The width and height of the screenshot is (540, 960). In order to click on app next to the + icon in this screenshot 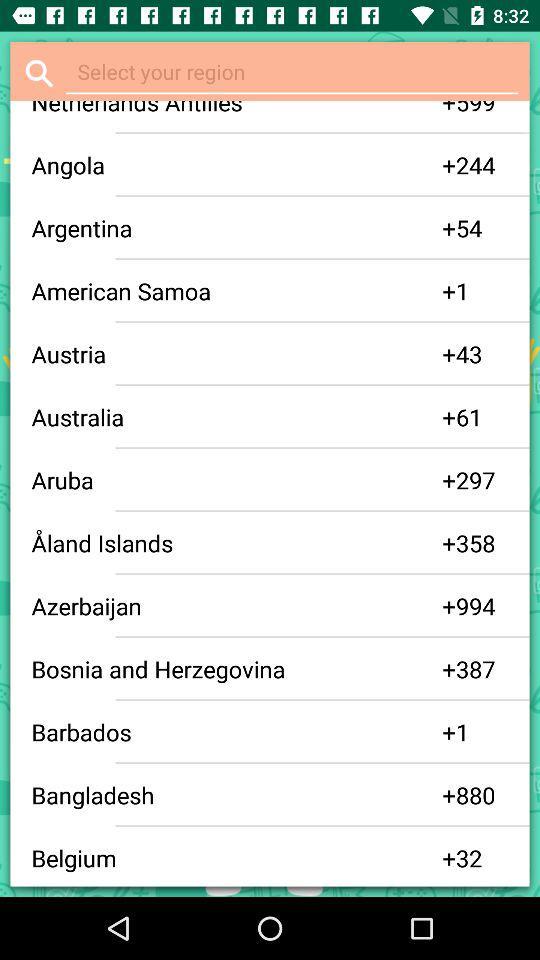, I will do `click(237, 857)`.